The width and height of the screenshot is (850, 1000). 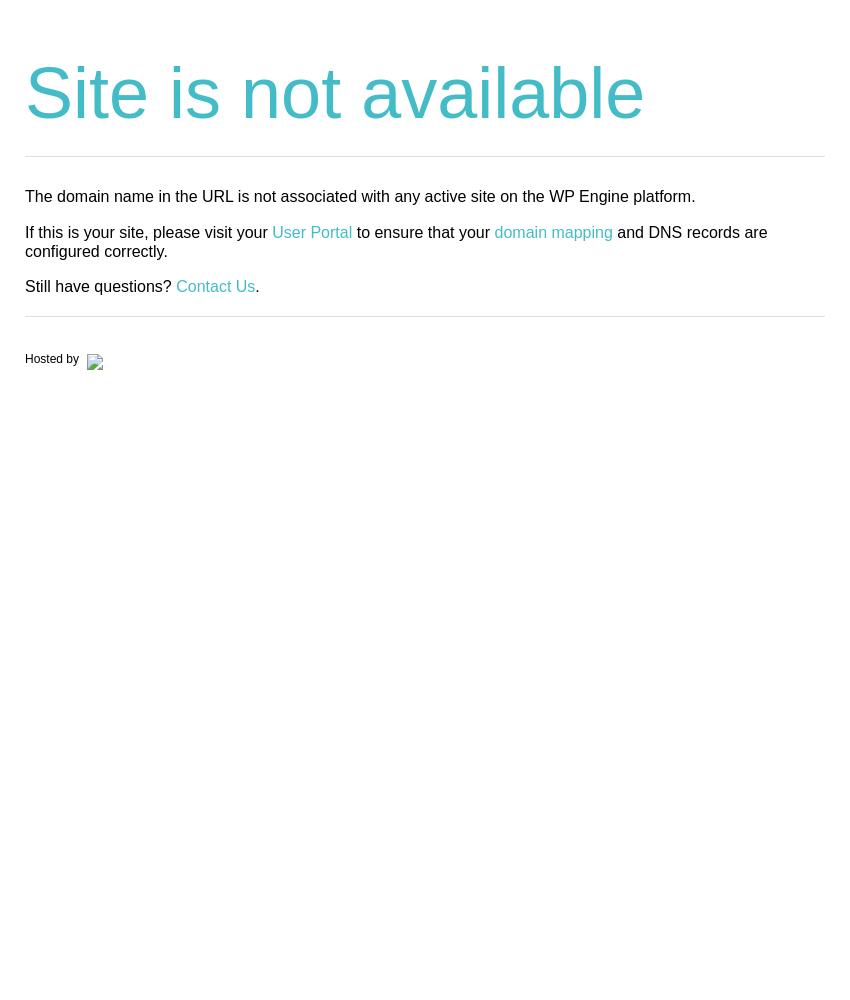 I want to click on 'Hosted by', so click(x=53, y=358).